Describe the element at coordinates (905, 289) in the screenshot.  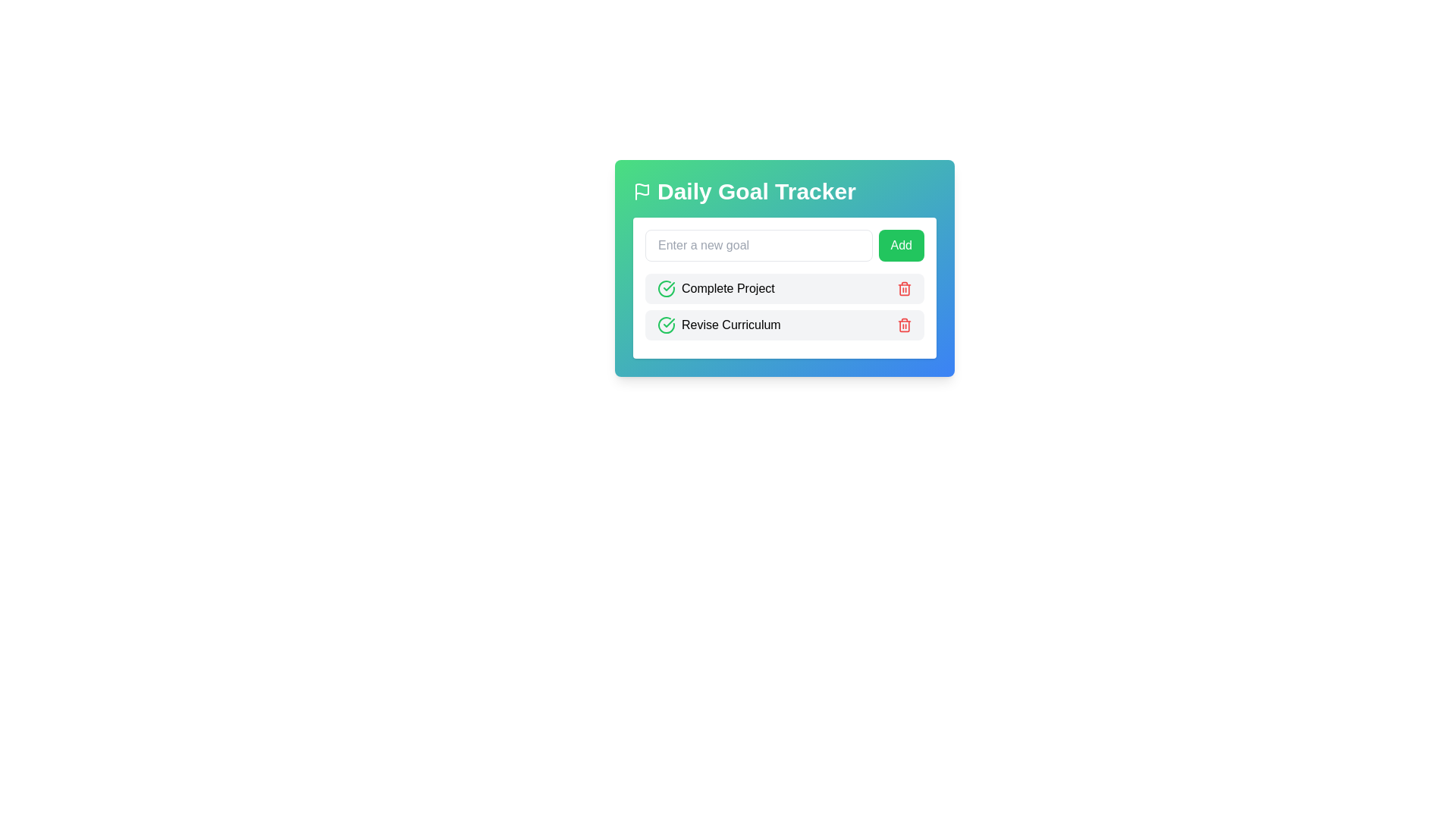
I see `the red trash can icon, which is styled as a button for delete action, located to the right of the 'Complete Project' text in the Daily Goal Tracker section` at that location.